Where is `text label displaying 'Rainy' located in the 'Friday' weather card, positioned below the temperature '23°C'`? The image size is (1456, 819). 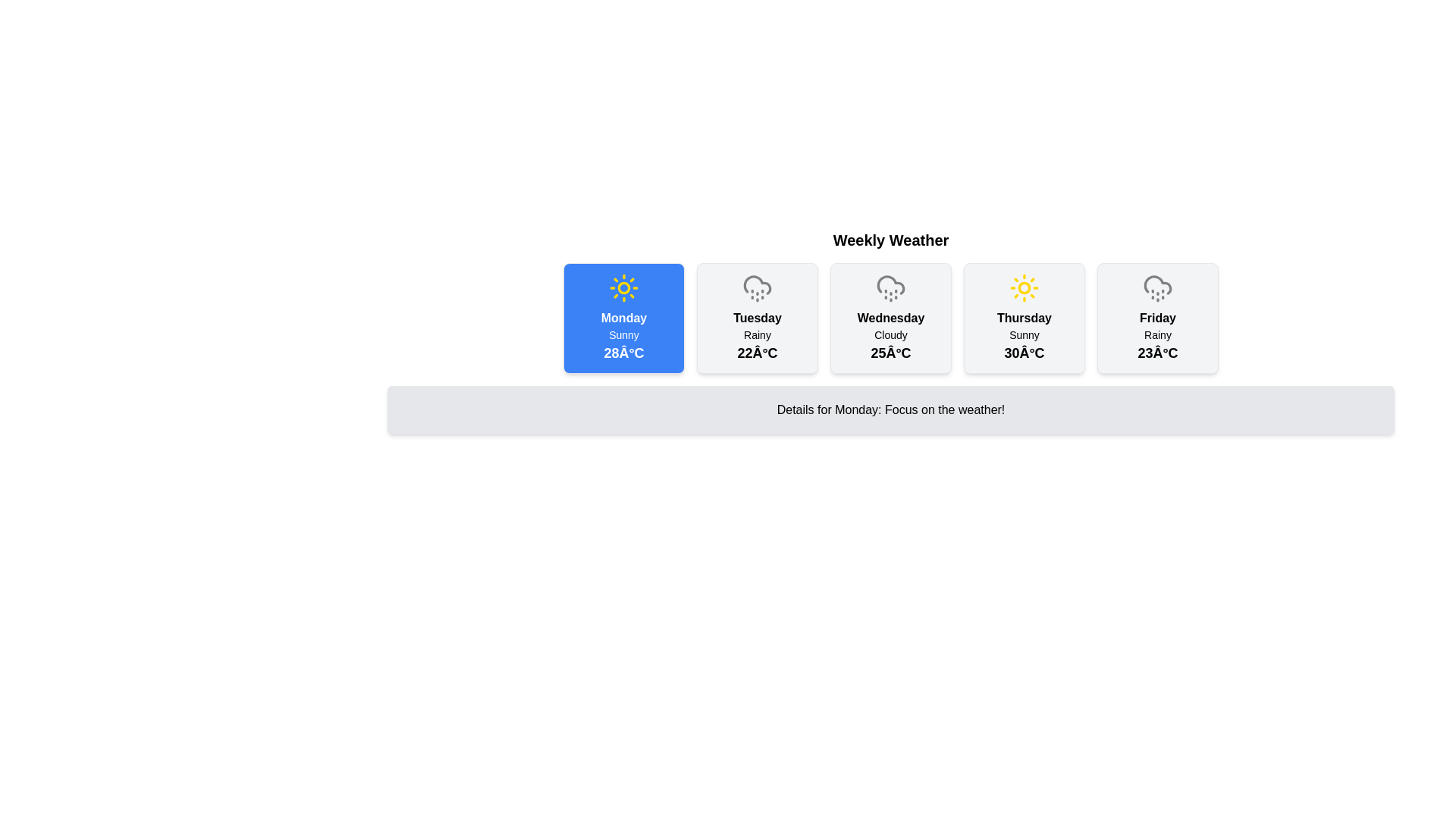
text label displaying 'Rainy' located in the 'Friday' weather card, positioned below the temperature '23°C' is located at coordinates (1156, 334).